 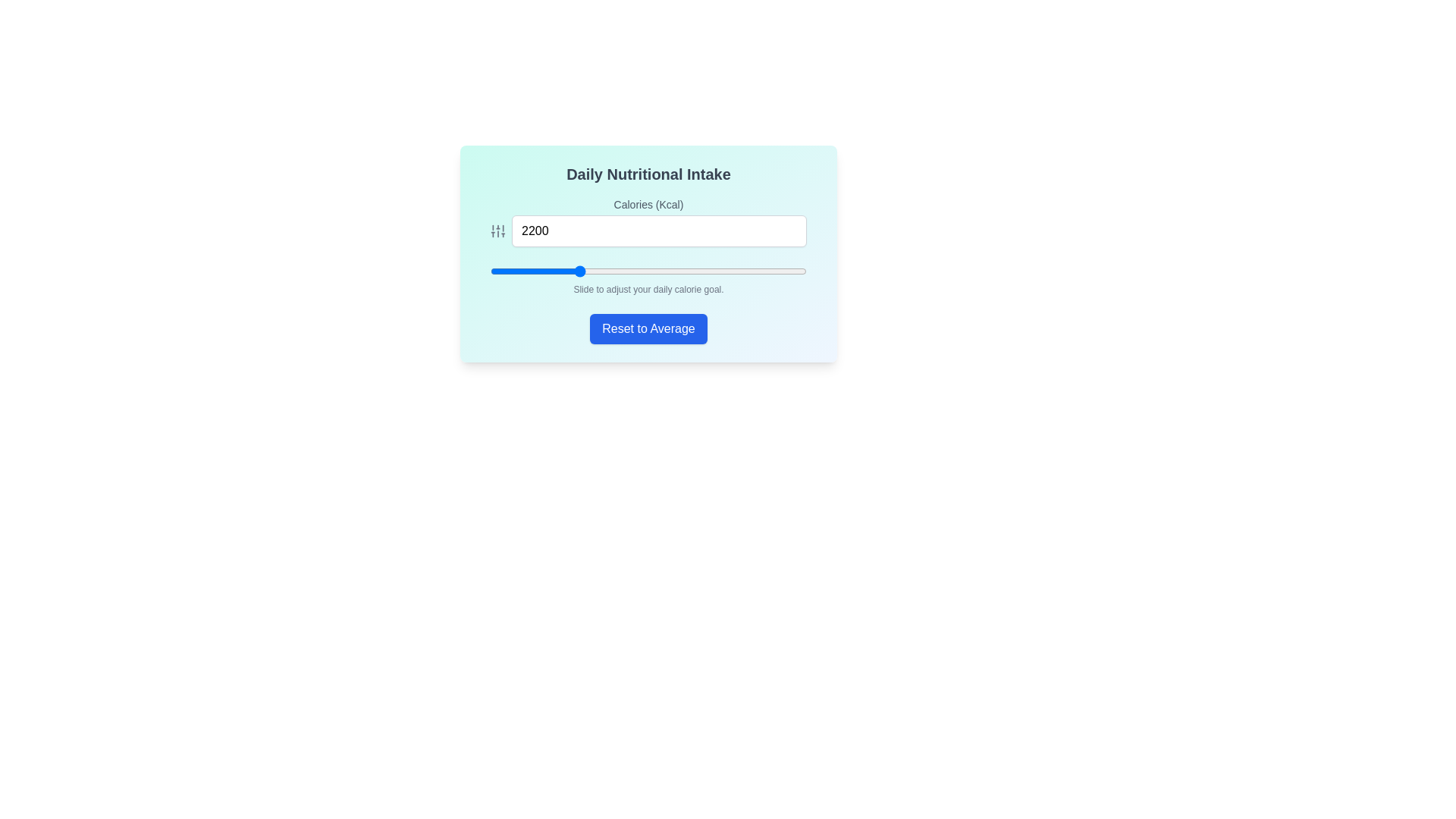 What do you see at coordinates (720, 271) in the screenshot?
I see `the calorie goal` at bounding box center [720, 271].